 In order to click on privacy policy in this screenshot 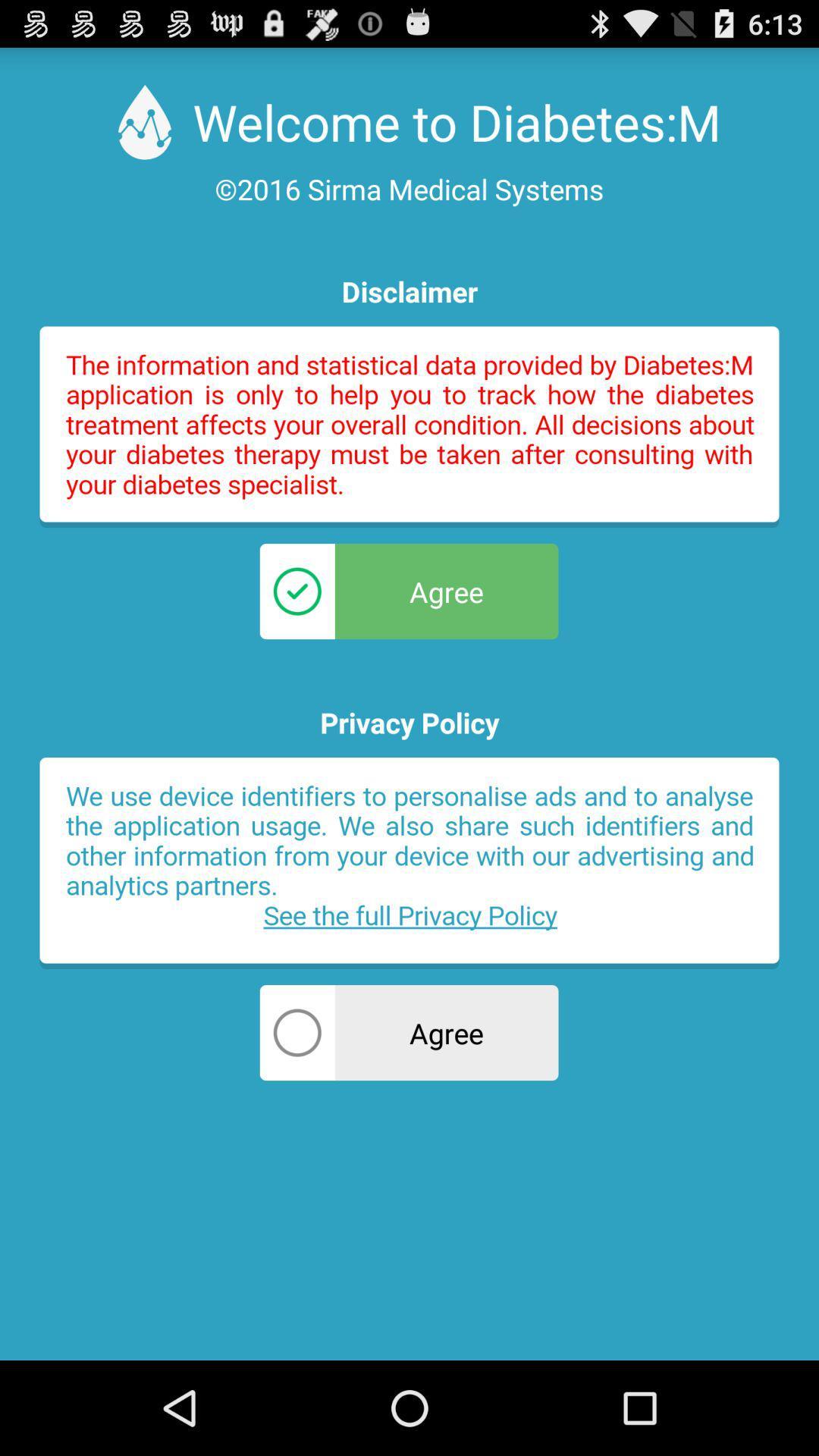, I will do `click(409, 863)`.